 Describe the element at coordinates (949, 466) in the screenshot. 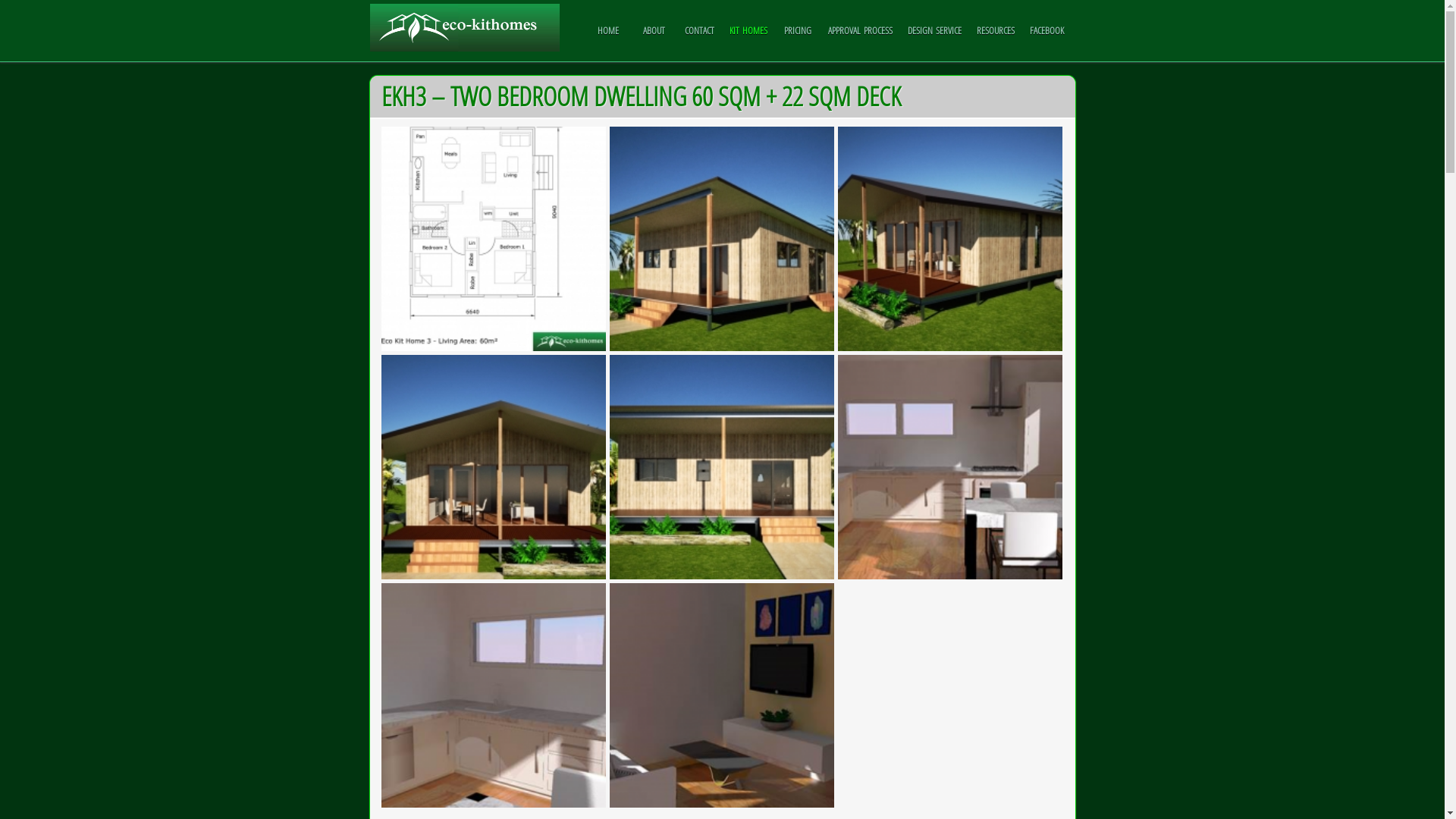

I see `'5'` at that location.